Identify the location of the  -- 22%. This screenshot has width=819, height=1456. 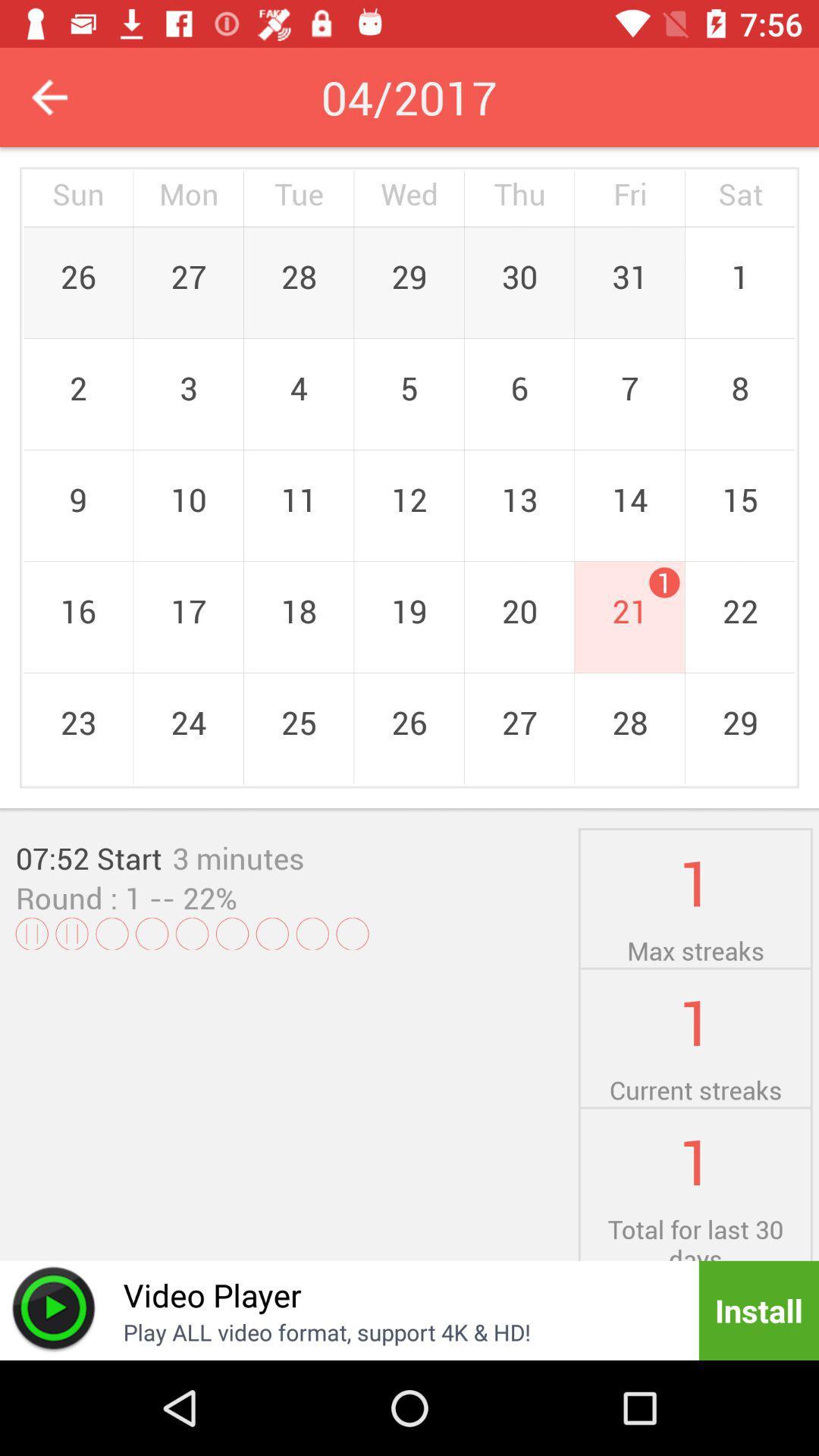
(188, 898).